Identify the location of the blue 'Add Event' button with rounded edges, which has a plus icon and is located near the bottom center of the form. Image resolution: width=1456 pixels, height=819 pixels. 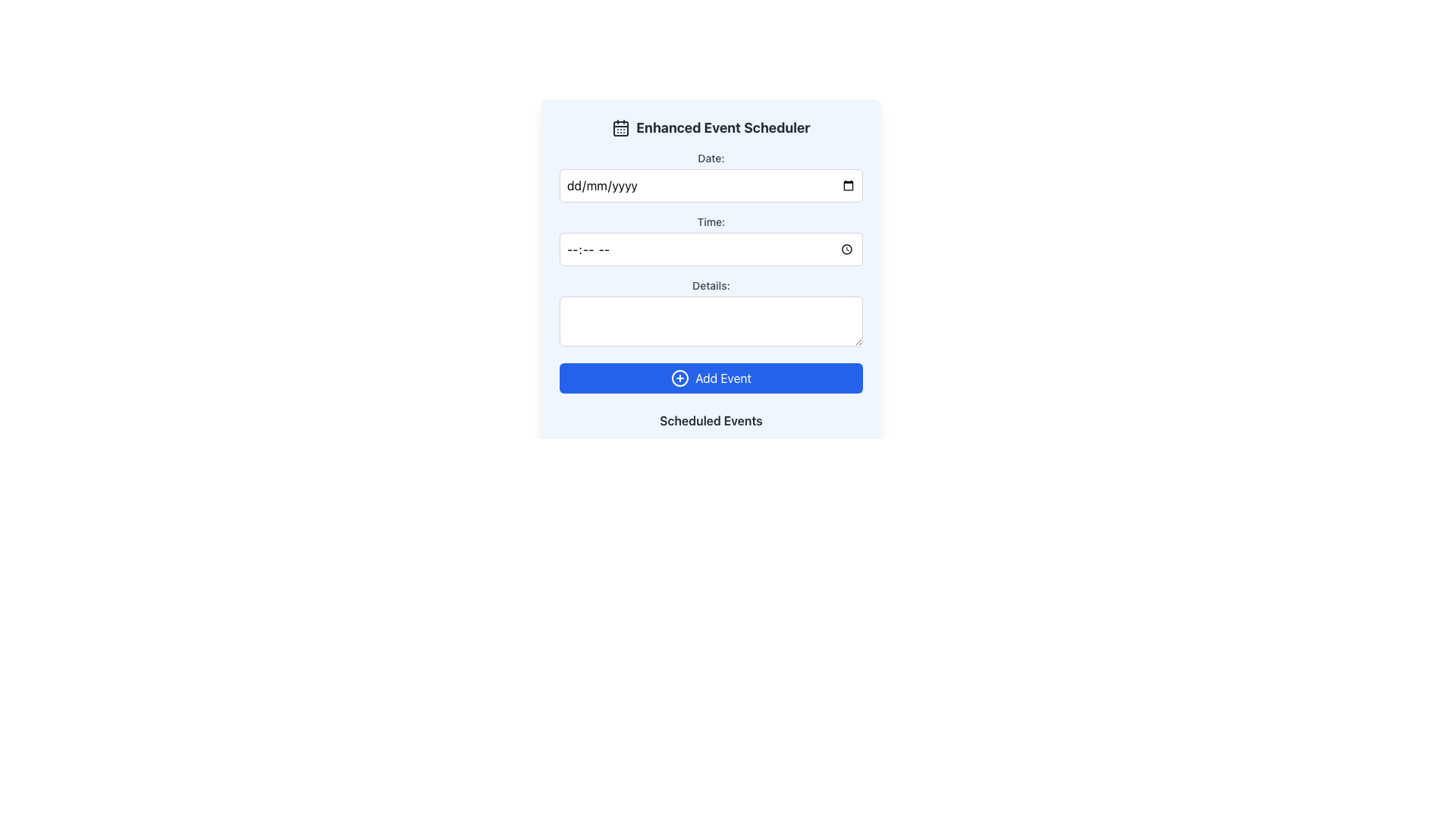
(710, 377).